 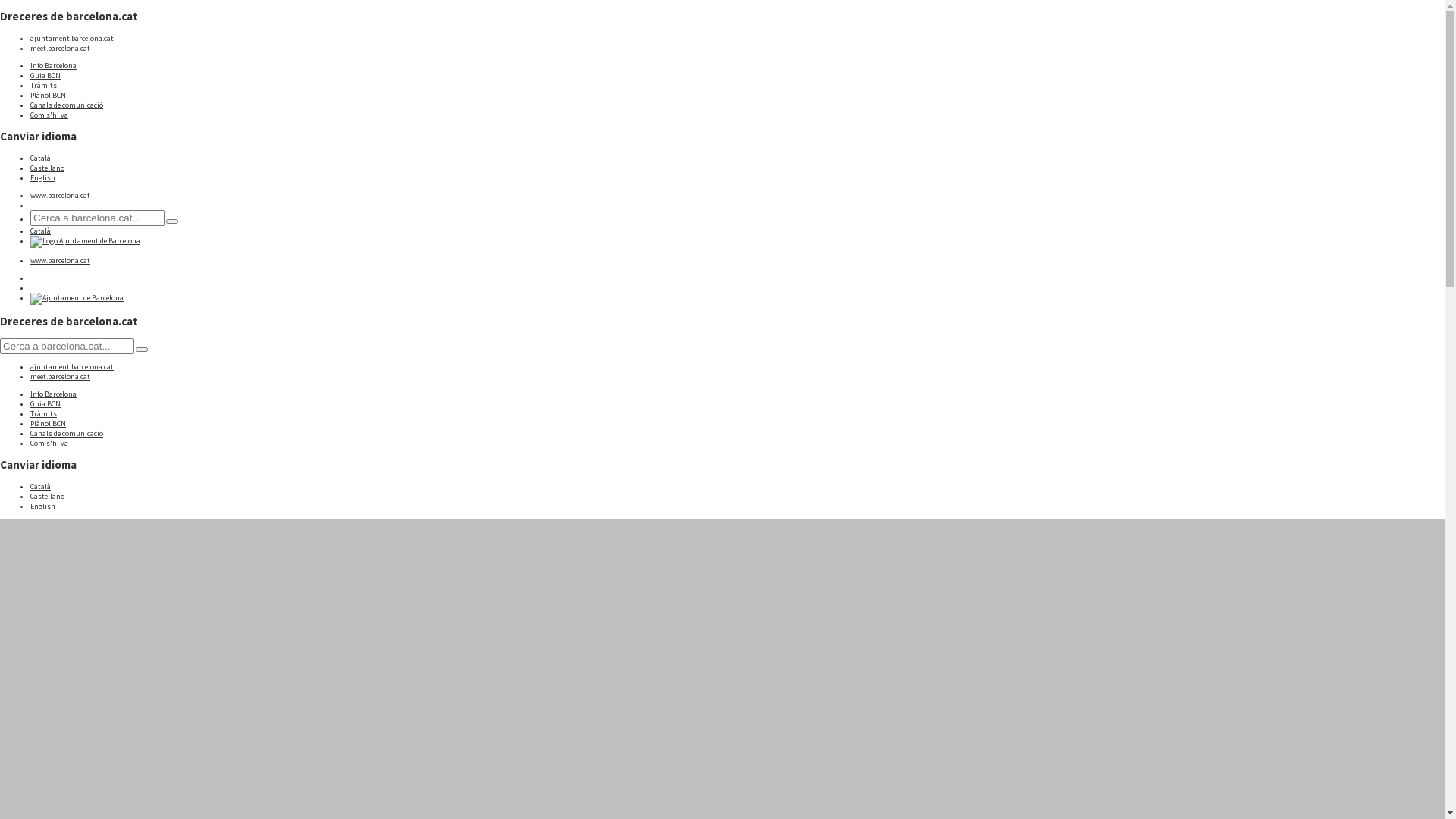 I want to click on 'Guia BCN', so click(x=45, y=75).